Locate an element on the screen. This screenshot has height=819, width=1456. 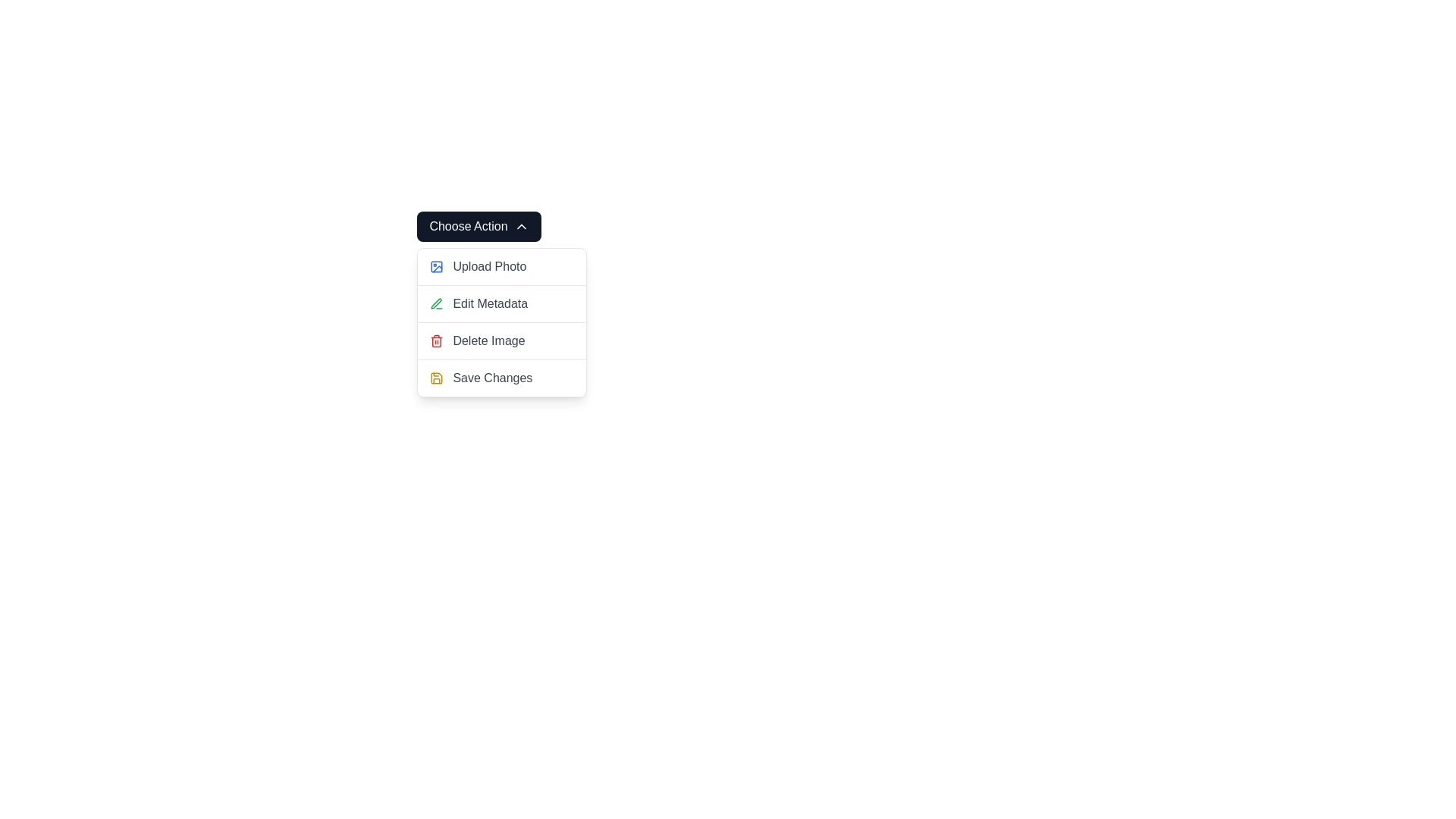
the 'Save Changes' button located at the bottom of the 'Choose Action' dropdown menu, which features a yellow save icon and gray text is located at coordinates (502, 377).